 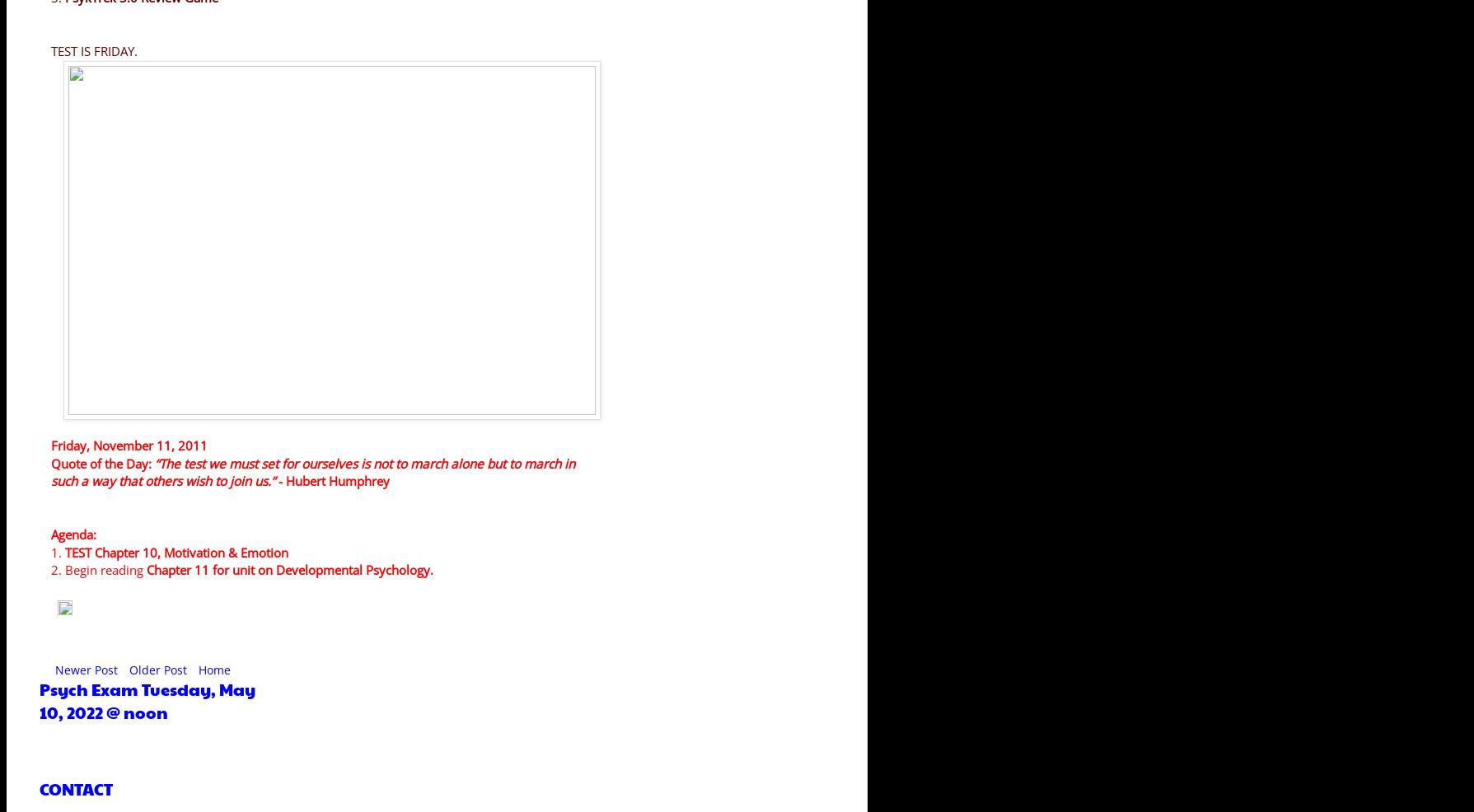 I want to click on 'Friday, November 11, 2011', so click(x=51, y=445).